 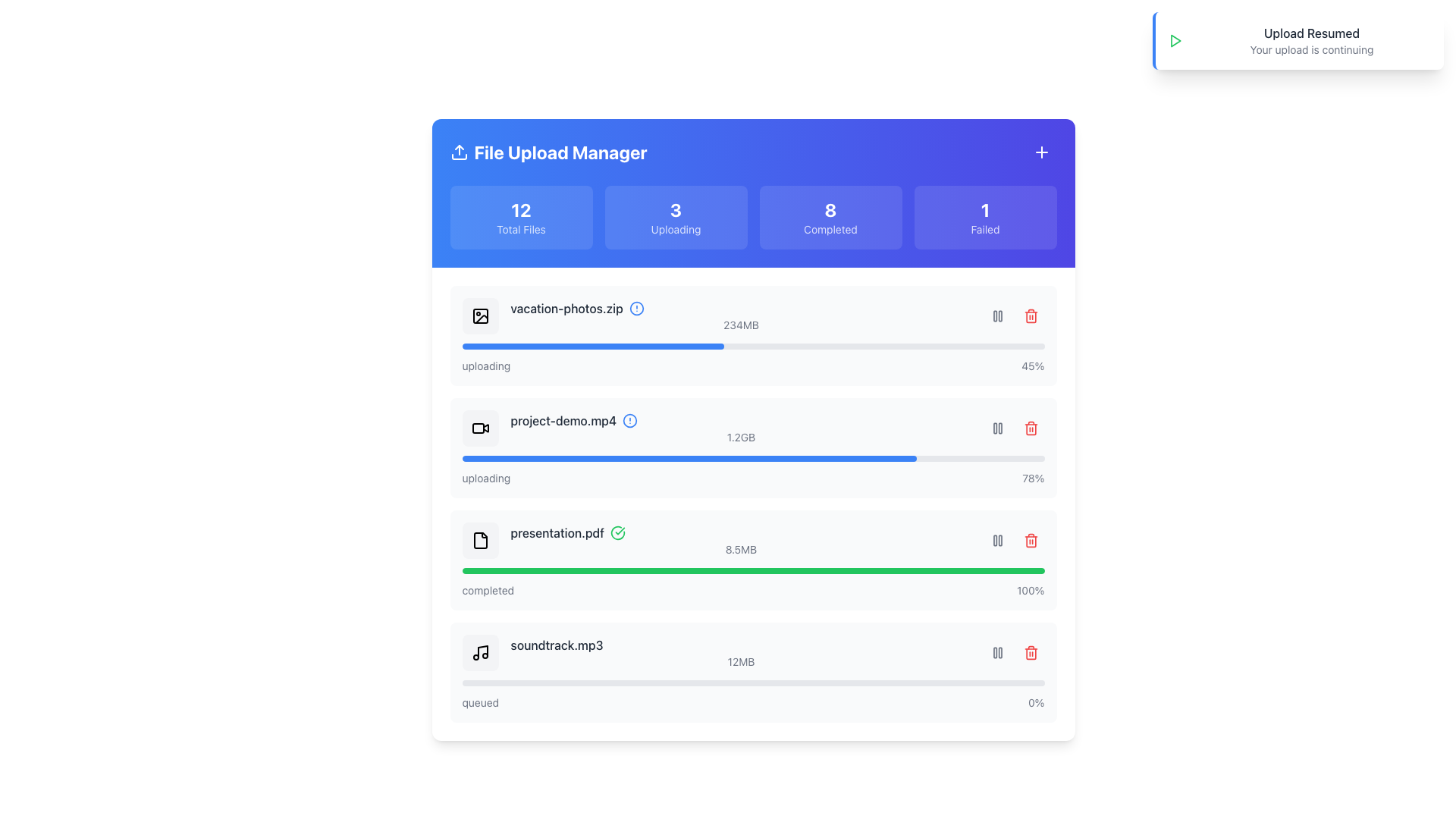 I want to click on the progress bar fill indicator that shows 78% completion for the file 'project-demo.mp4' in the file upload manager, so click(x=688, y=458).